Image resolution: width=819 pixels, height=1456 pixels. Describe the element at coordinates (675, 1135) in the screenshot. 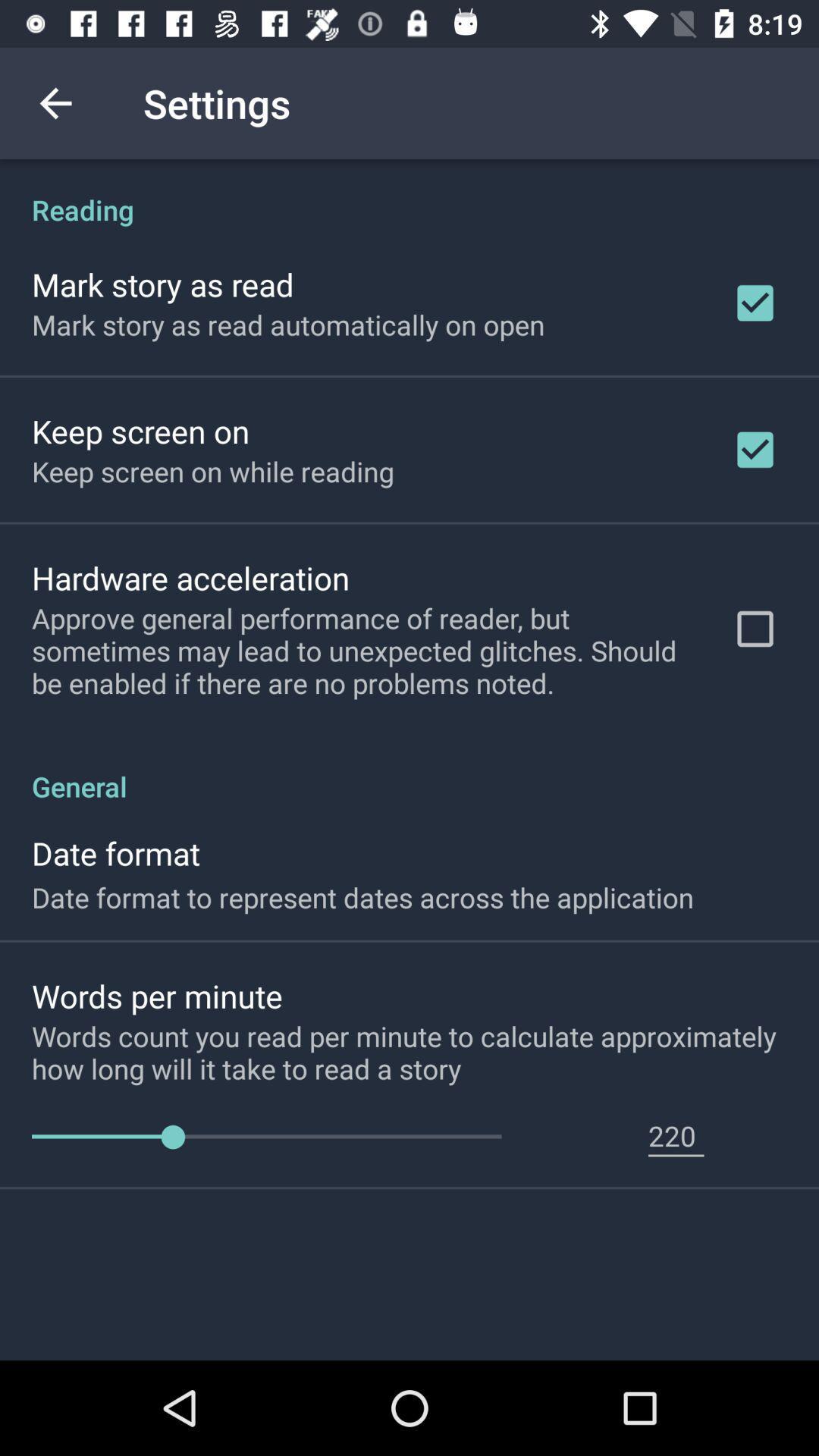

I see `220 icon` at that location.